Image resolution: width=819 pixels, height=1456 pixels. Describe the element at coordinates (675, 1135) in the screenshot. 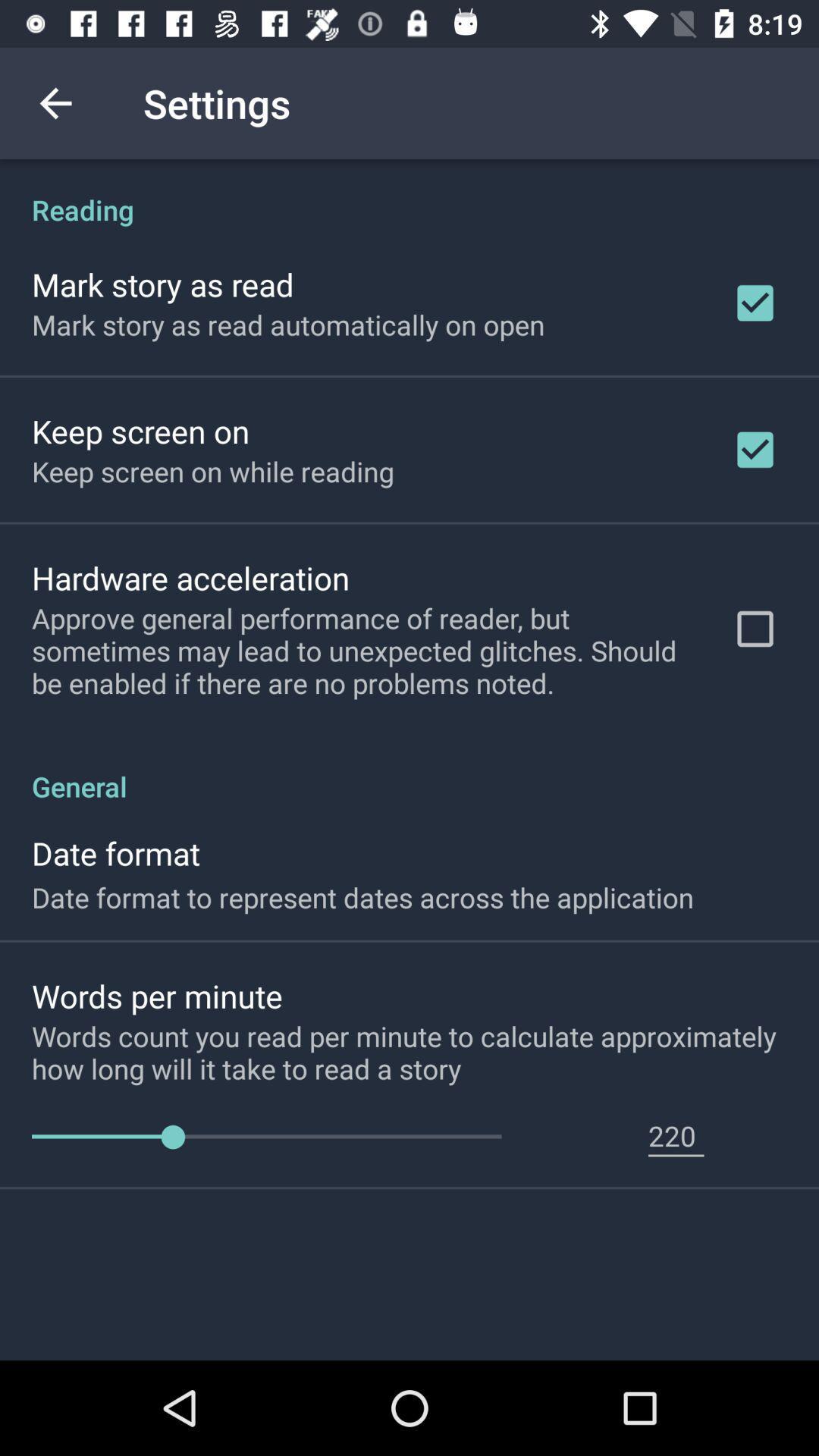

I see `220 icon` at that location.